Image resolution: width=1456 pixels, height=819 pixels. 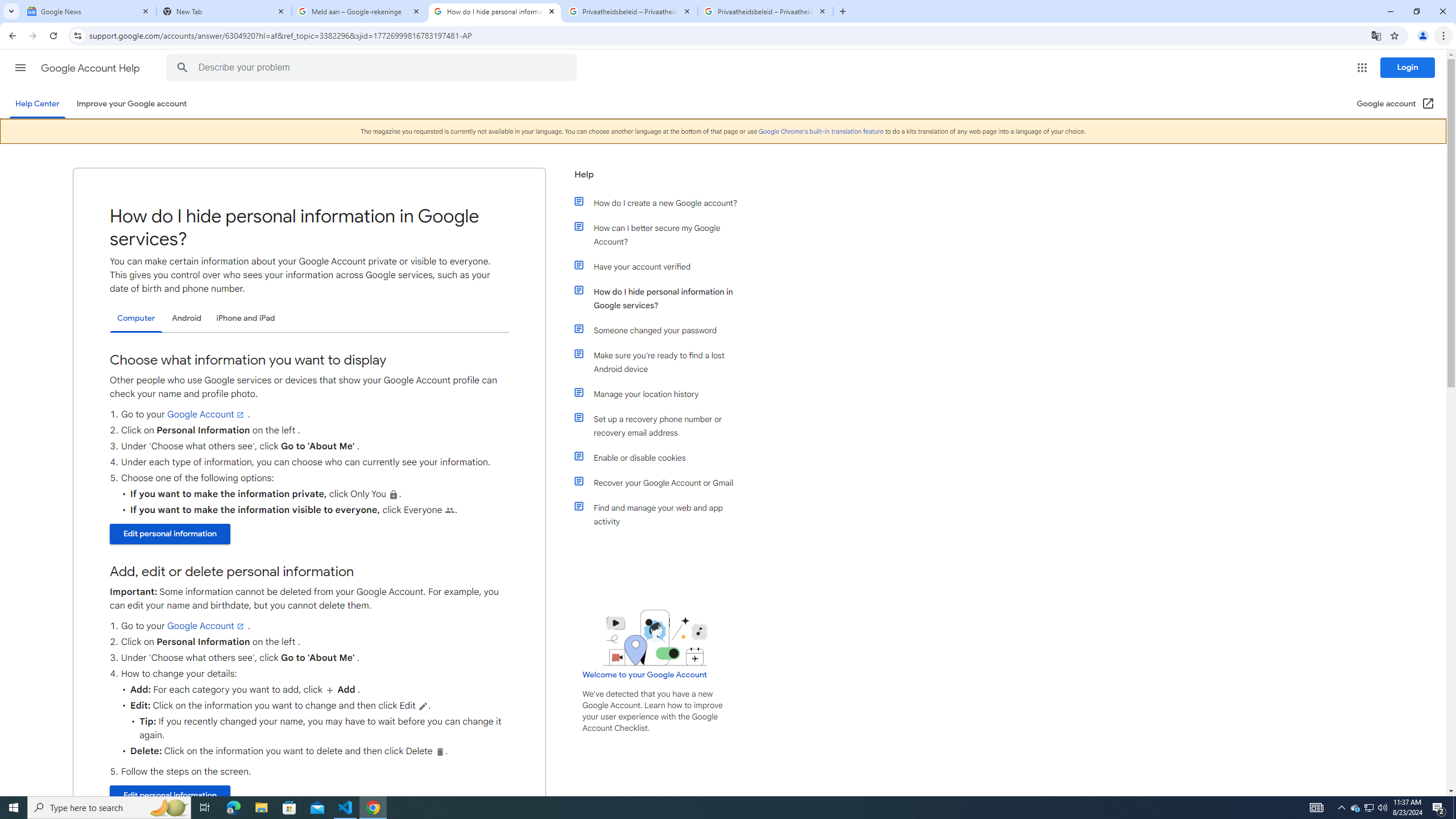 I want to click on 'New Tab', so click(x=224, y=11).